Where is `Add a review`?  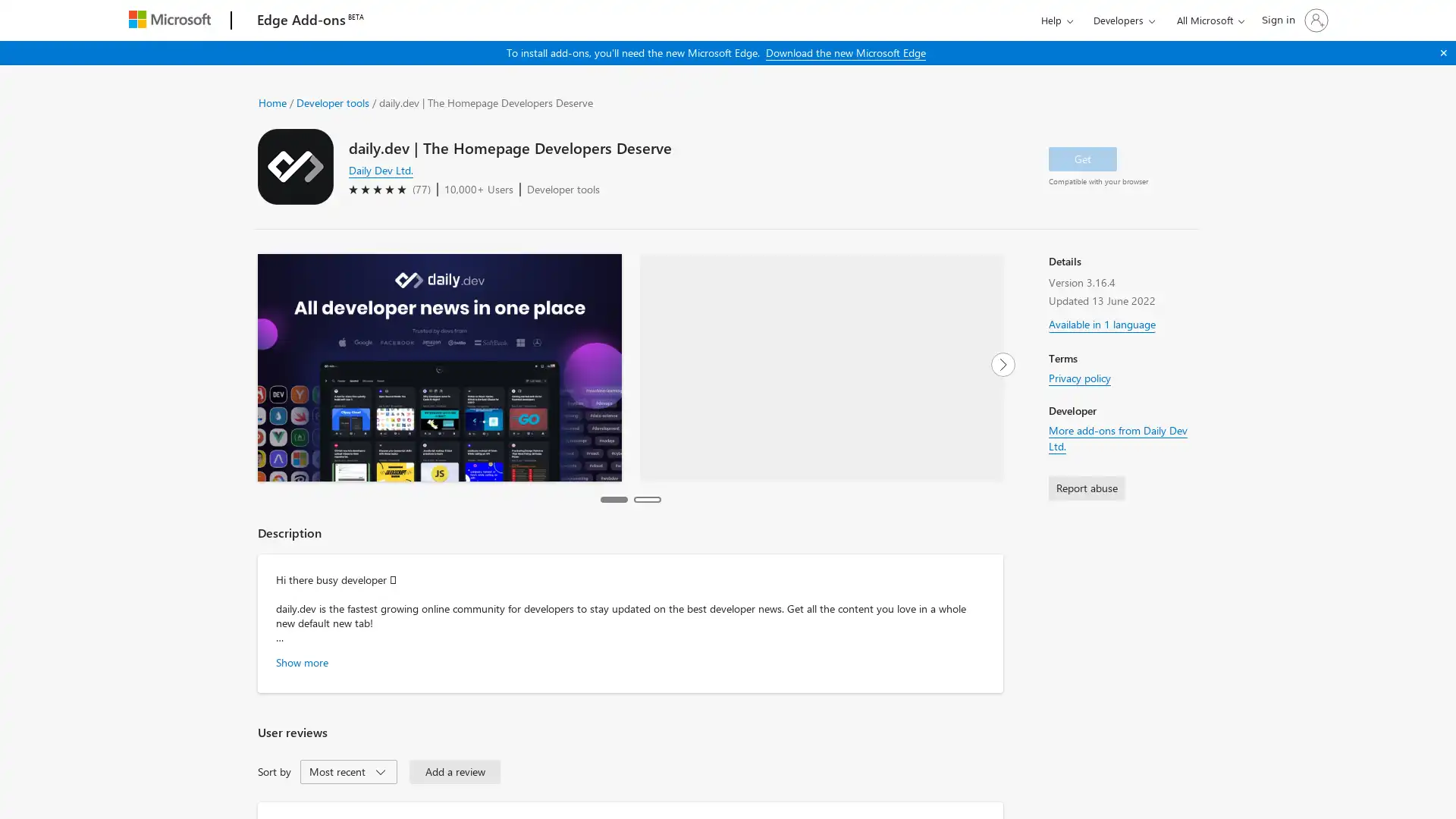
Add a review is located at coordinates (454, 771).